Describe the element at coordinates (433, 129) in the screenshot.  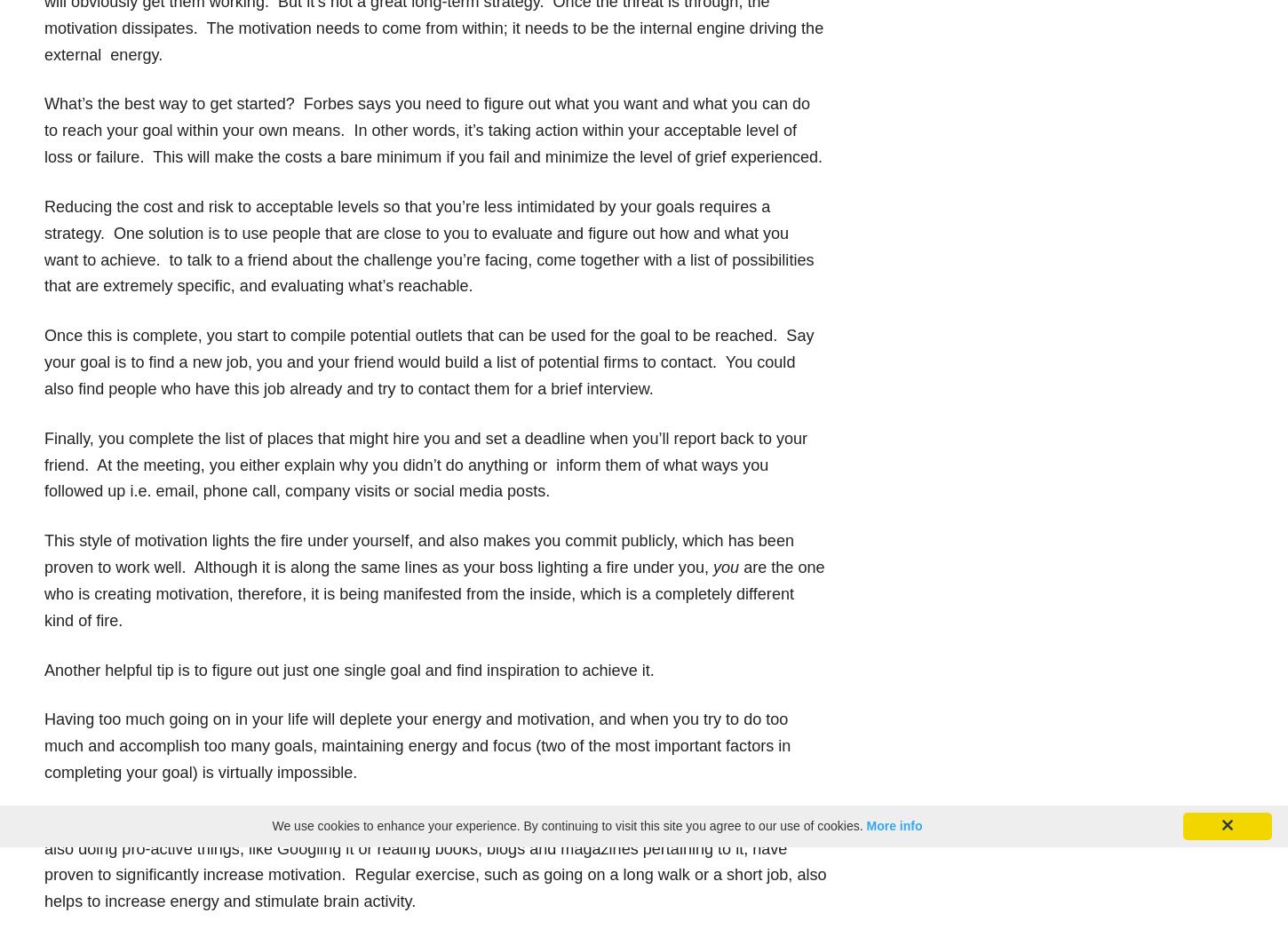
I see `'What’s the best way to get started?  Forbes says you need to figure out what you want and what you can do to reach your goal within your own means.  In other words, it’s taking action within your acceptable level of loss or failure.  This will make the costs a bare minimum if you fail and minimize the level of grief experienced.'` at that location.